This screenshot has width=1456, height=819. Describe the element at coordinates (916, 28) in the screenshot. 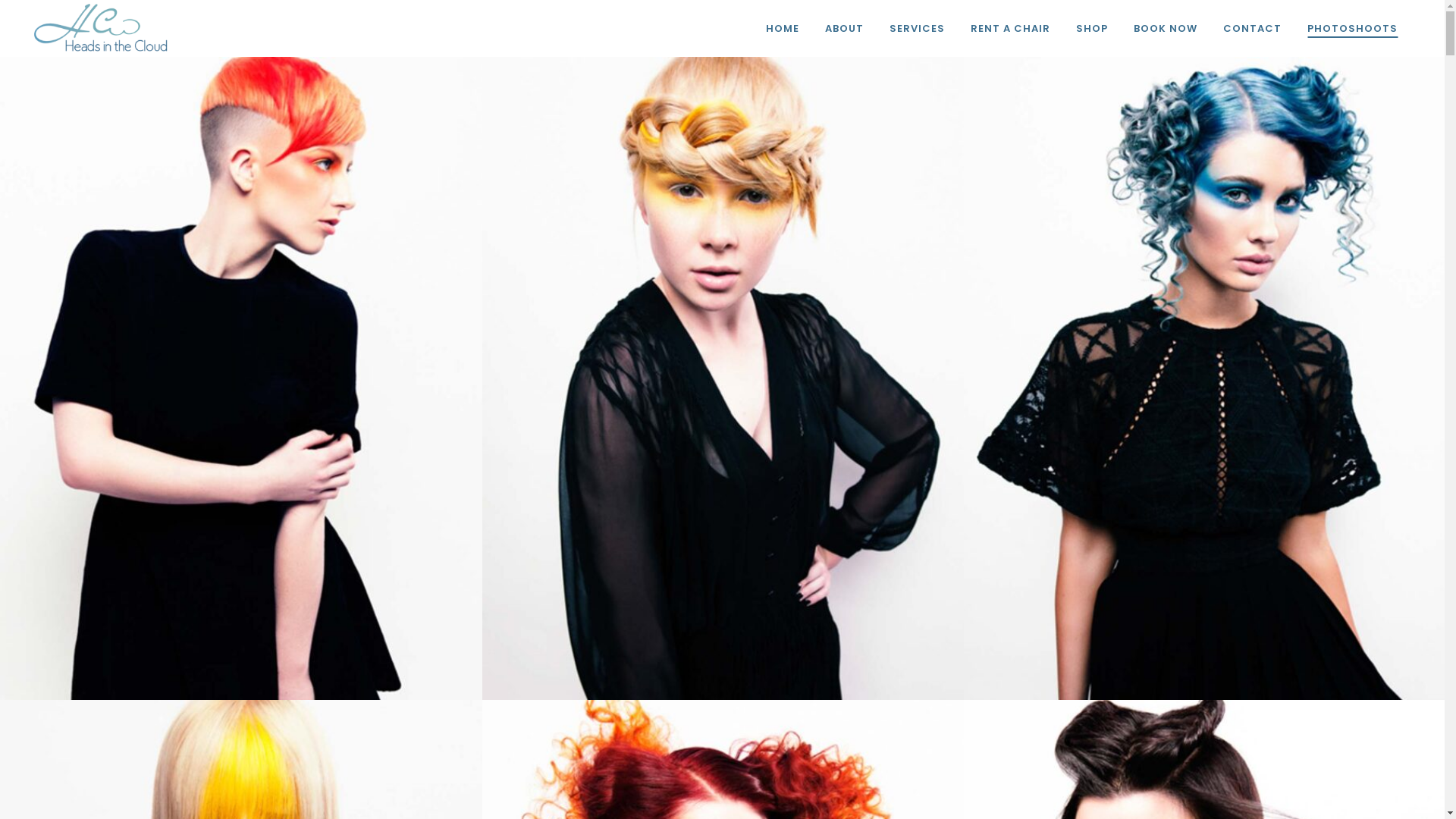

I see `'SERVICES'` at that location.